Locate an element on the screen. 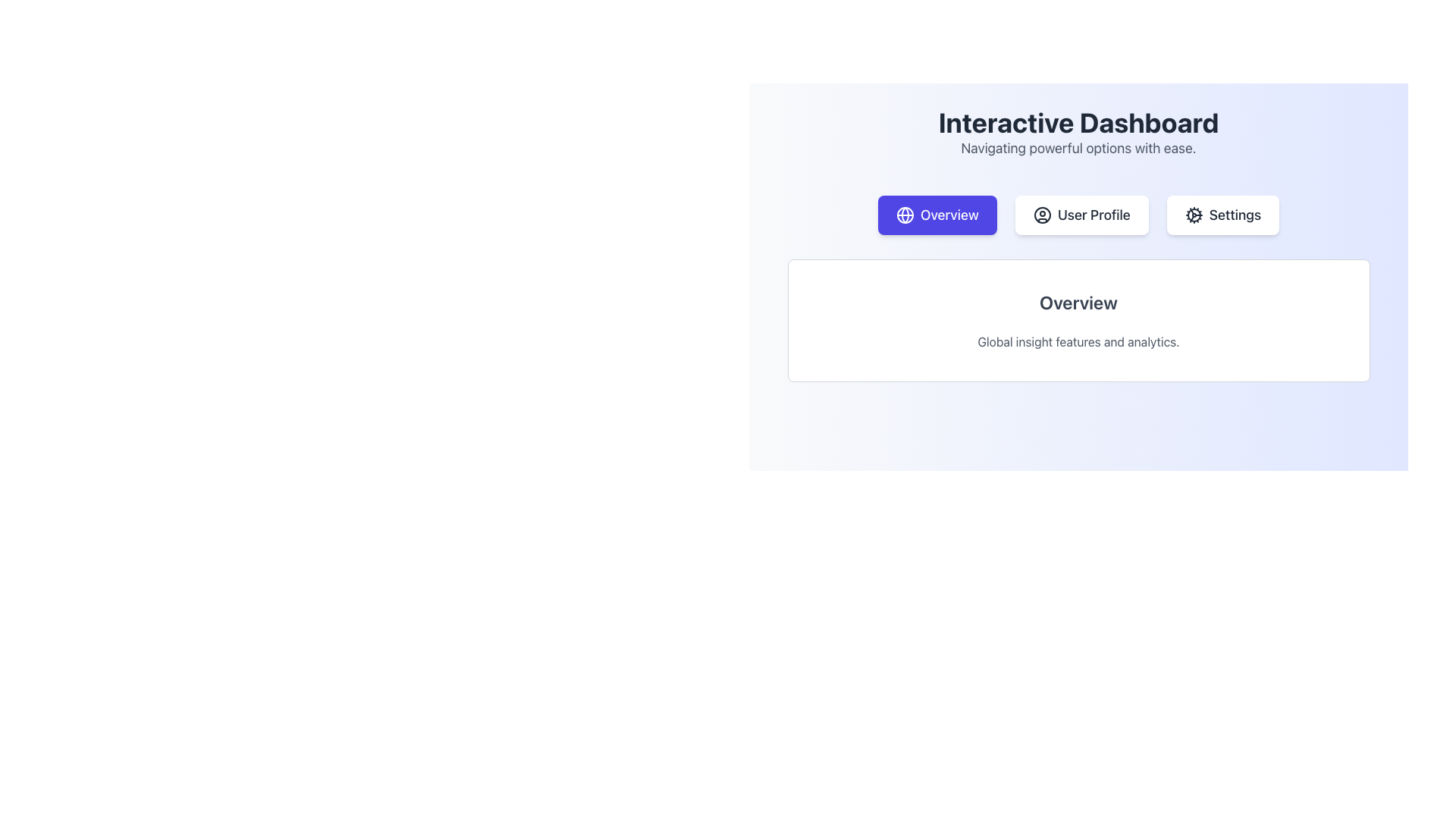  the text block displaying 'Global insight features and analytics.' which is styled in gray and located below the title 'Overview' is located at coordinates (1078, 342).